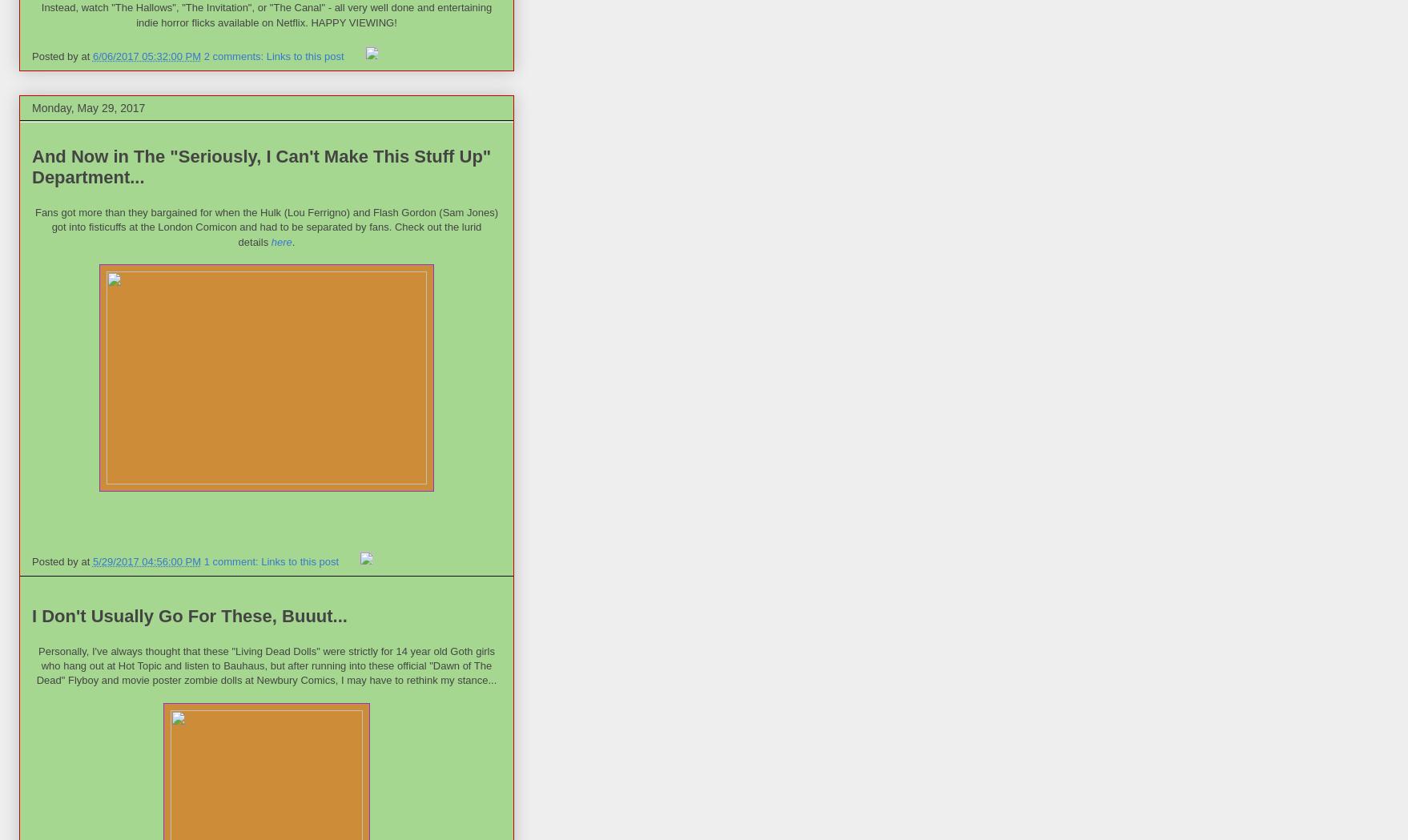 This screenshot has height=840, width=1408. What do you see at coordinates (261, 167) in the screenshot?
I see `'And Now in The "Seriously, I Can't Make This Stuff Up" Department...'` at bounding box center [261, 167].